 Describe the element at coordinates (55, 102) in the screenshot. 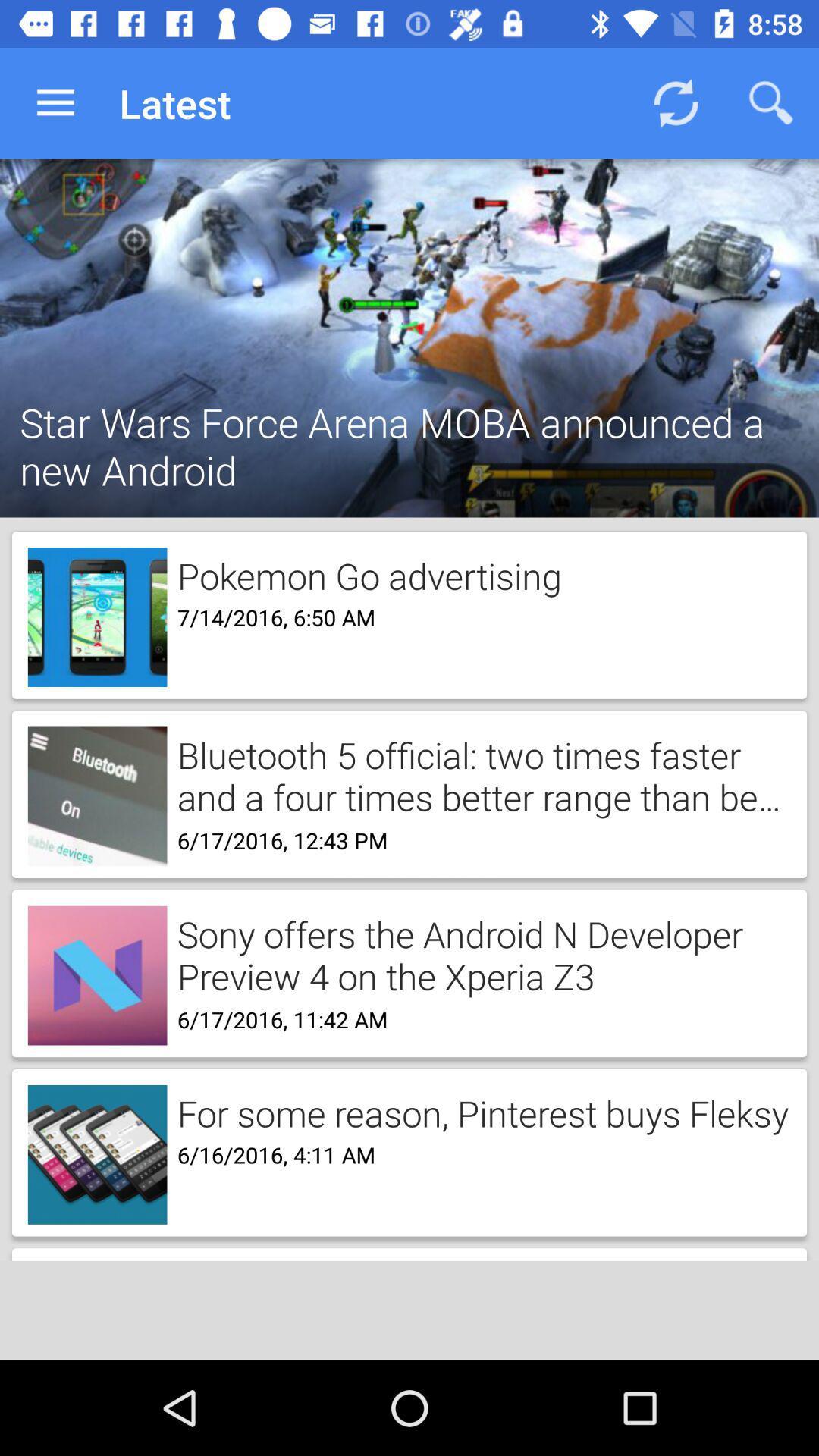

I see `the icon next to the latest icon` at that location.